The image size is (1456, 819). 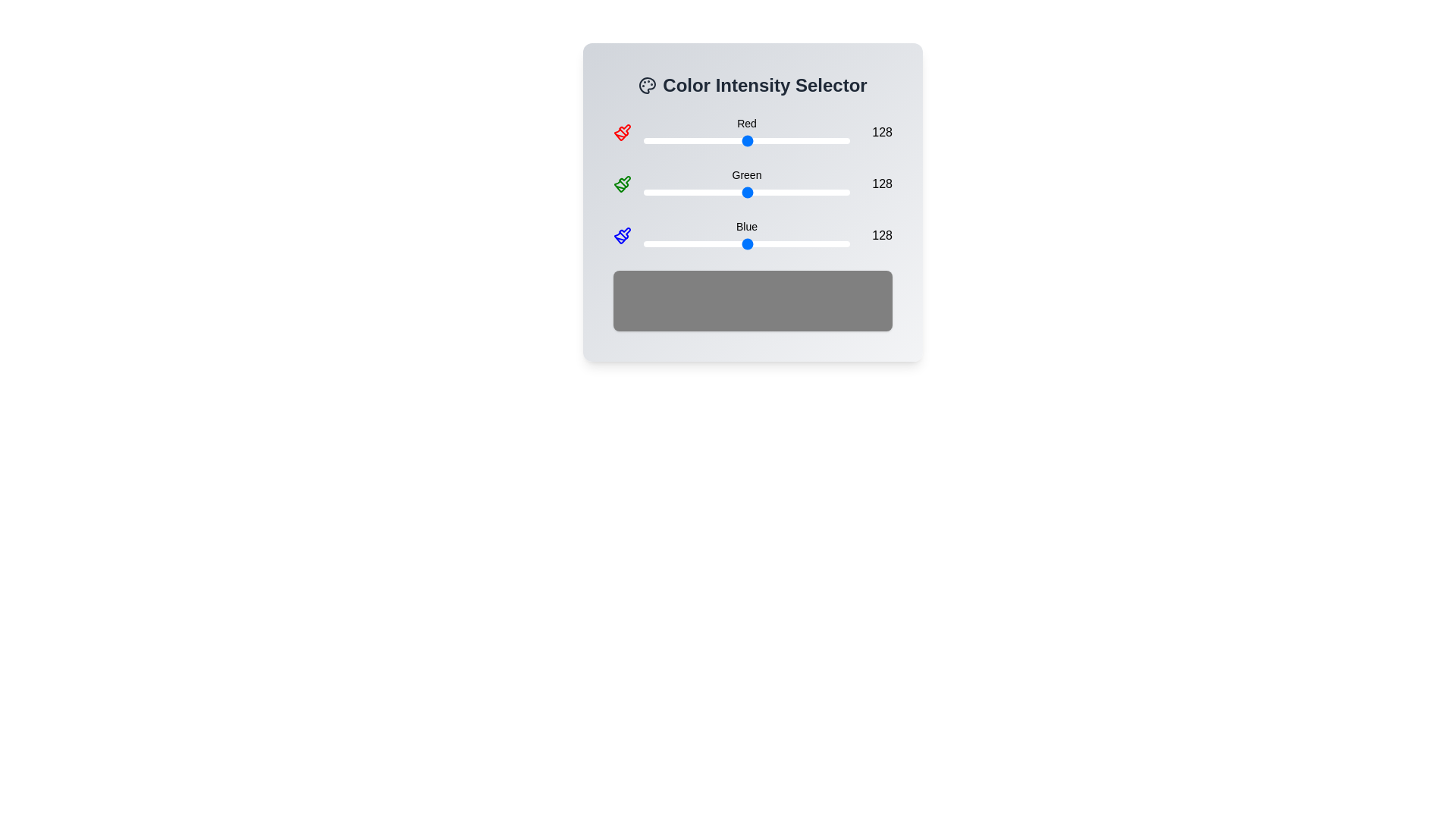 I want to click on the decorative icon for the 'Color Intensity Selector' feature located in the header, to the left of the text, so click(x=648, y=85).